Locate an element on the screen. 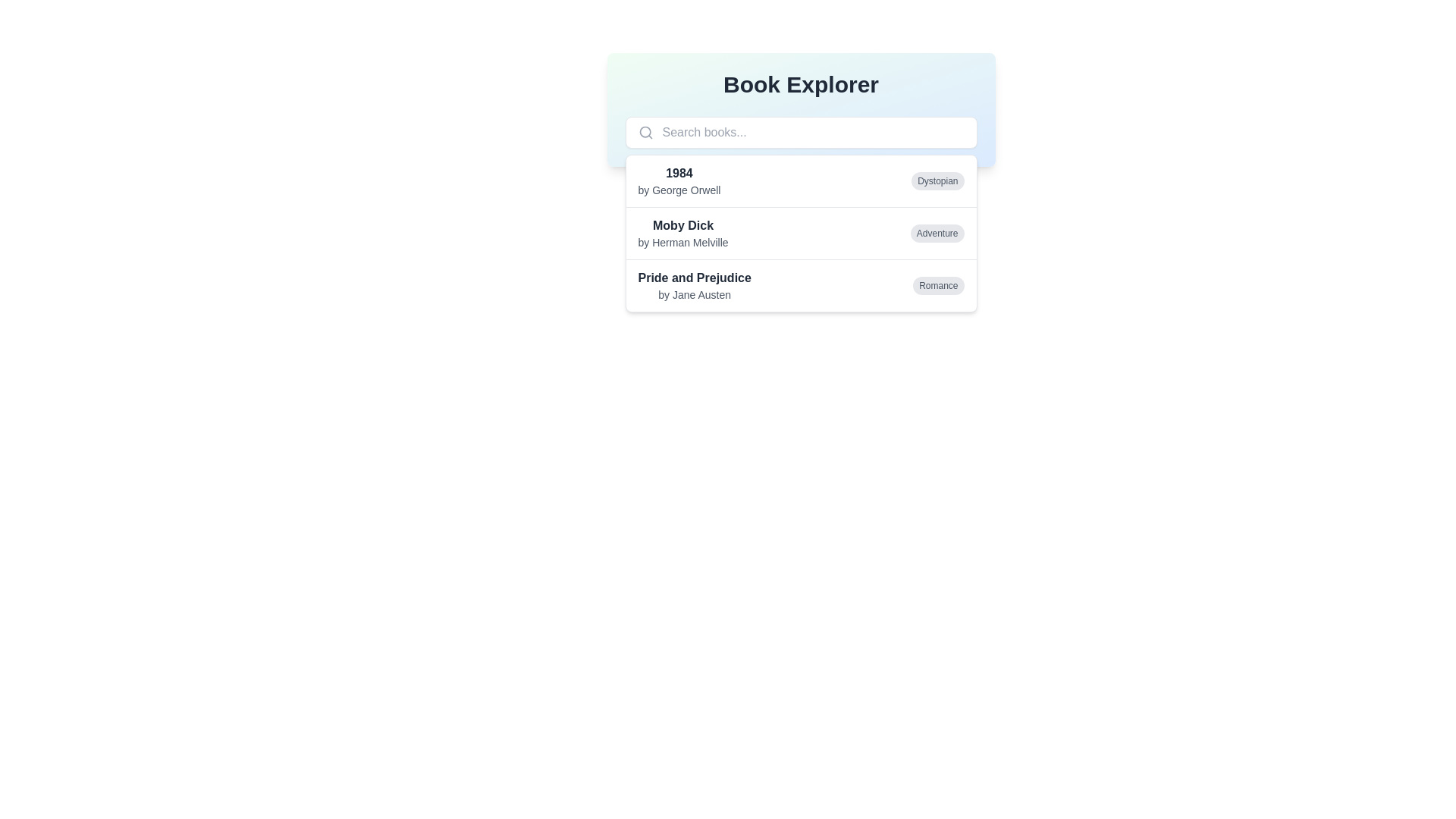 This screenshot has height=819, width=1456. the non-interactive text label providing information about the author of the book 'Moby Dick', which is positioned below the title and aligned to its left edge is located at coordinates (682, 242).